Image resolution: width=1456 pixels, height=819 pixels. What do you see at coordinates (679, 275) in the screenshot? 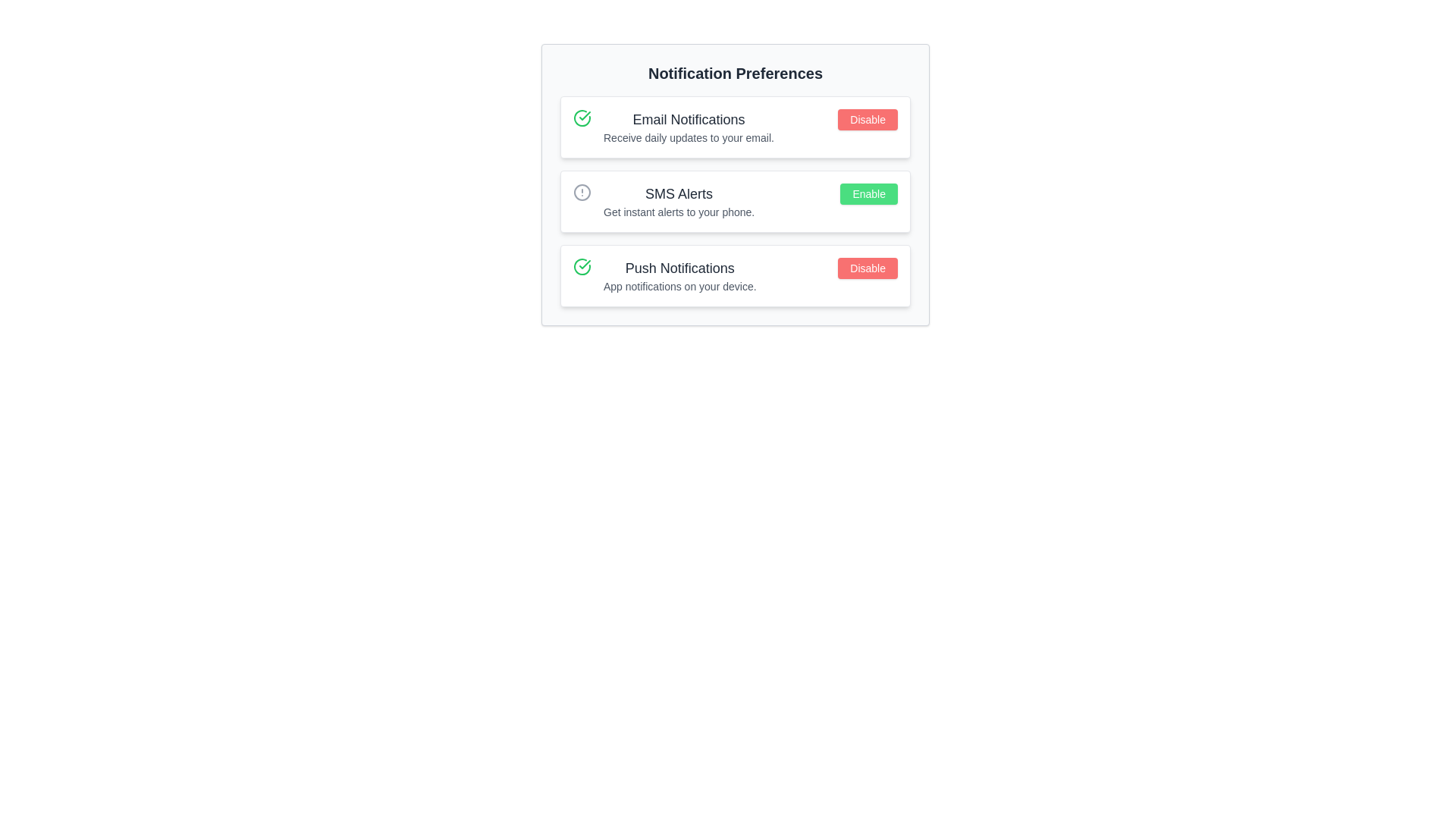
I see `the descriptive text element for 'Push Notifications' in the 'Notification Preferences' panel, which is located to the right of a green check icon and above a red 'Disable' button` at bounding box center [679, 275].